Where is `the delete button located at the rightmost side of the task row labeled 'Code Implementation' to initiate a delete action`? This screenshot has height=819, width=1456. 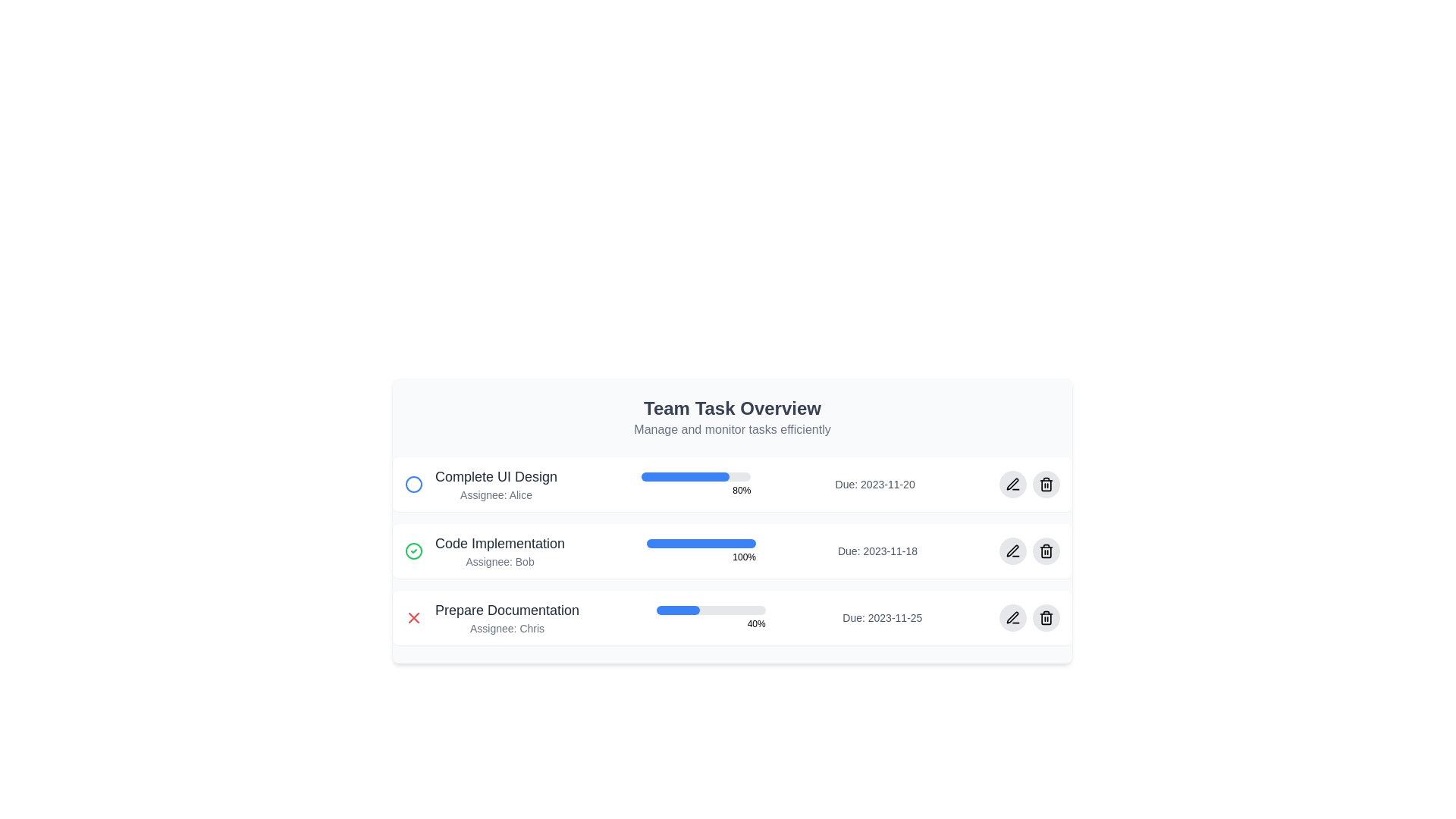
the delete button located at the rightmost side of the task row labeled 'Code Implementation' to initiate a delete action is located at coordinates (1044, 551).